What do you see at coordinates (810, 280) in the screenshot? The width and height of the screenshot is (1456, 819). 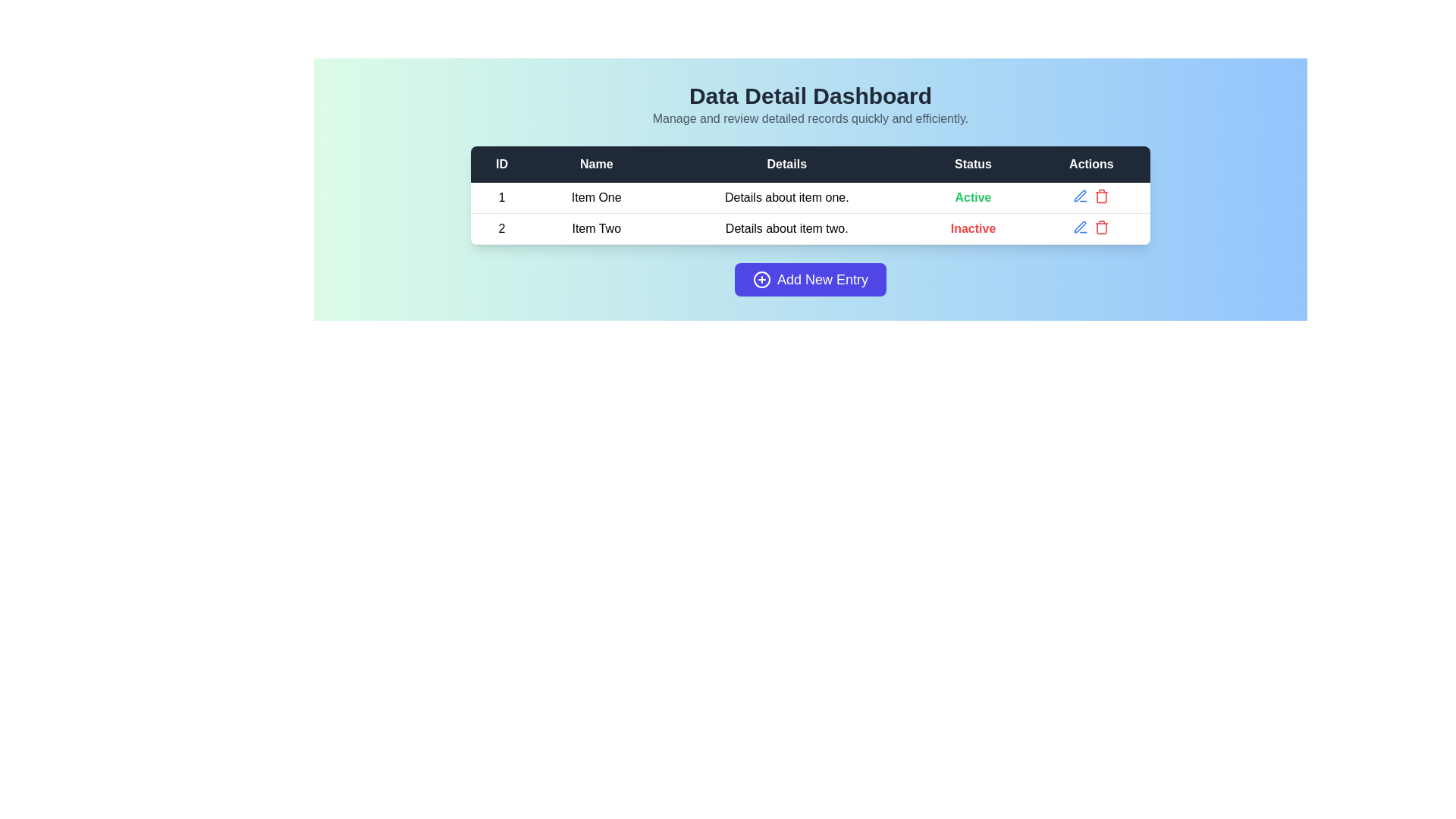 I see `the 'Add New Entry' button with a purple background and rounded corners` at bounding box center [810, 280].